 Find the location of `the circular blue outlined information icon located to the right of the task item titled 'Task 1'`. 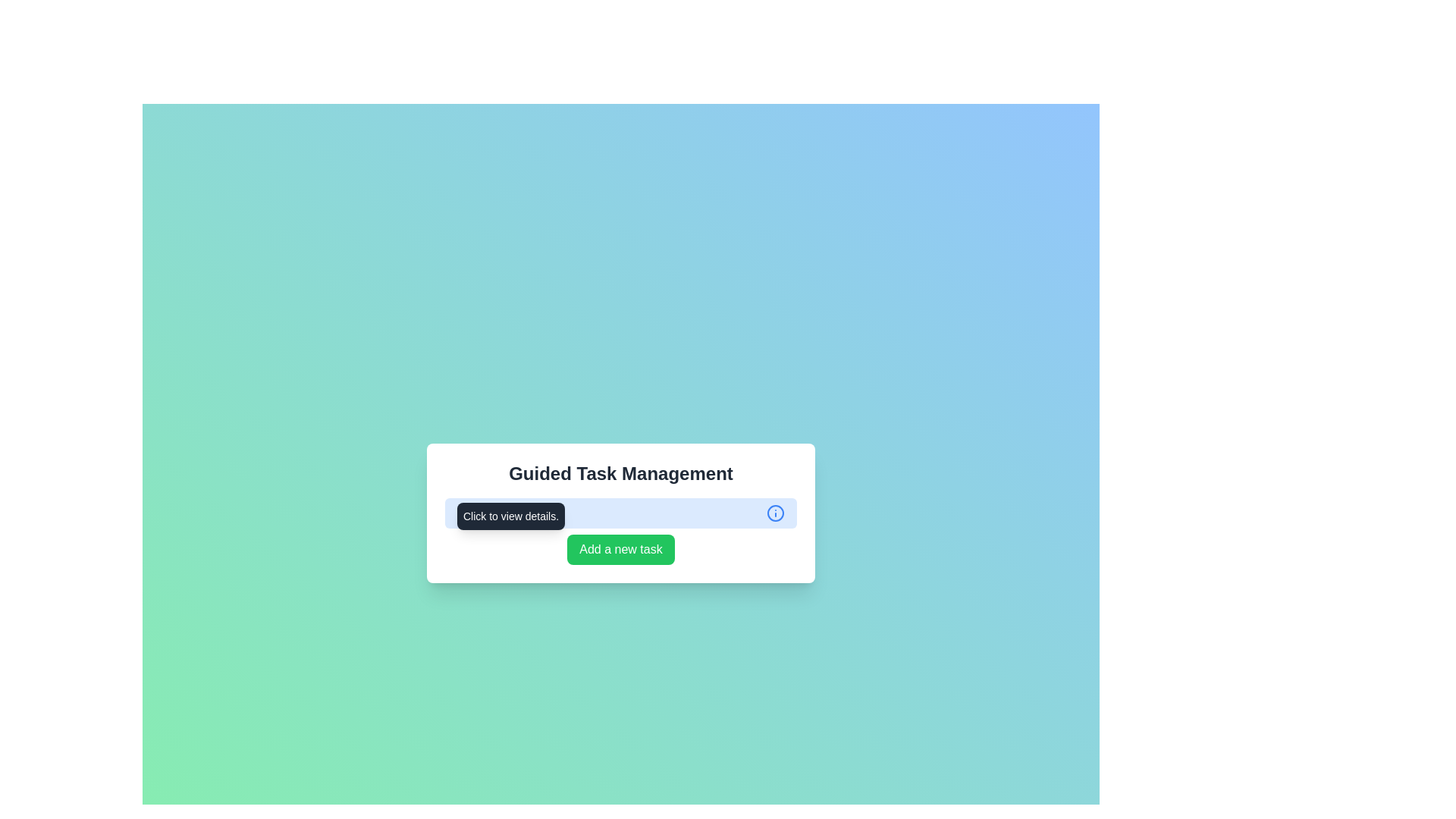

the circular blue outlined information icon located to the right of the task item titled 'Task 1' is located at coordinates (775, 513).